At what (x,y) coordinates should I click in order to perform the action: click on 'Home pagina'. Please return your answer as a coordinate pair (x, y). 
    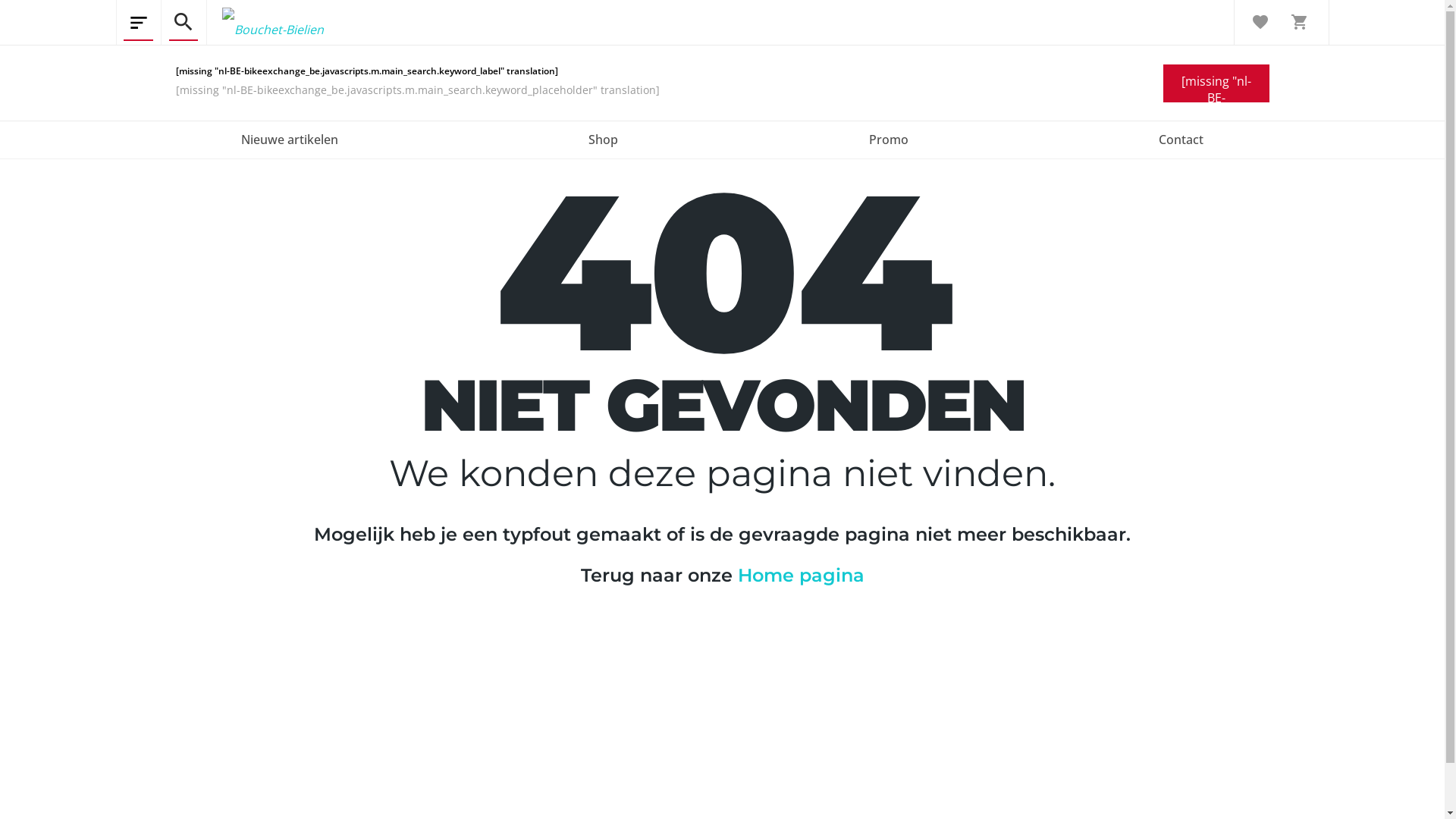
    Looking at the image, I should click on (799, 575).